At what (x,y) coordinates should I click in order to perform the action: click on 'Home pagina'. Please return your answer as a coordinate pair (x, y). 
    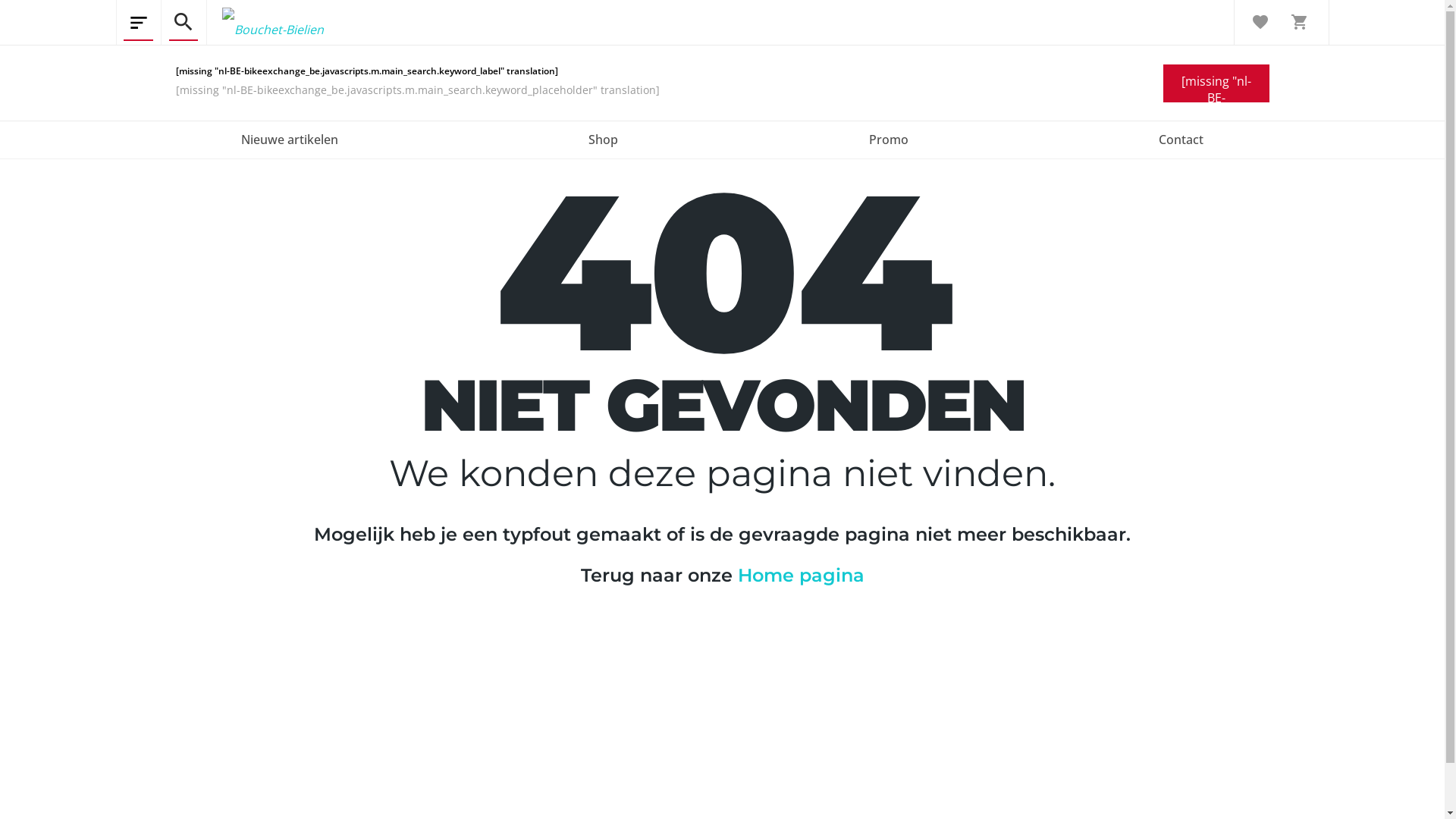
    Looking at the image, I should click on (799, 575).